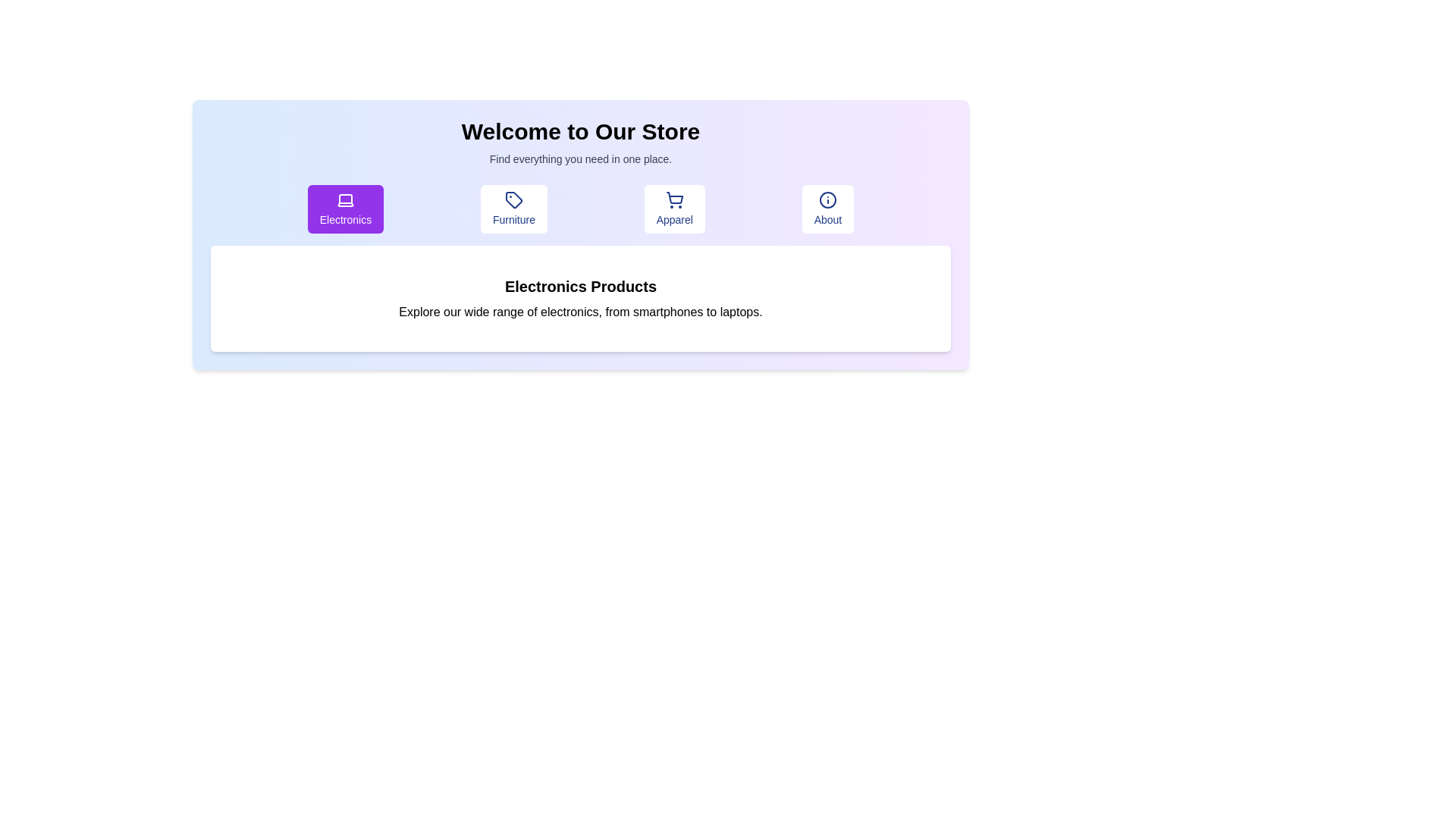 The image size is (1456, 819). Describe the element at coordinates (513, 199) in the screenshot. I see `the tag icon located in the top-center portion of the 'Furniture' button, above the text label 'Furniture'` at that location.